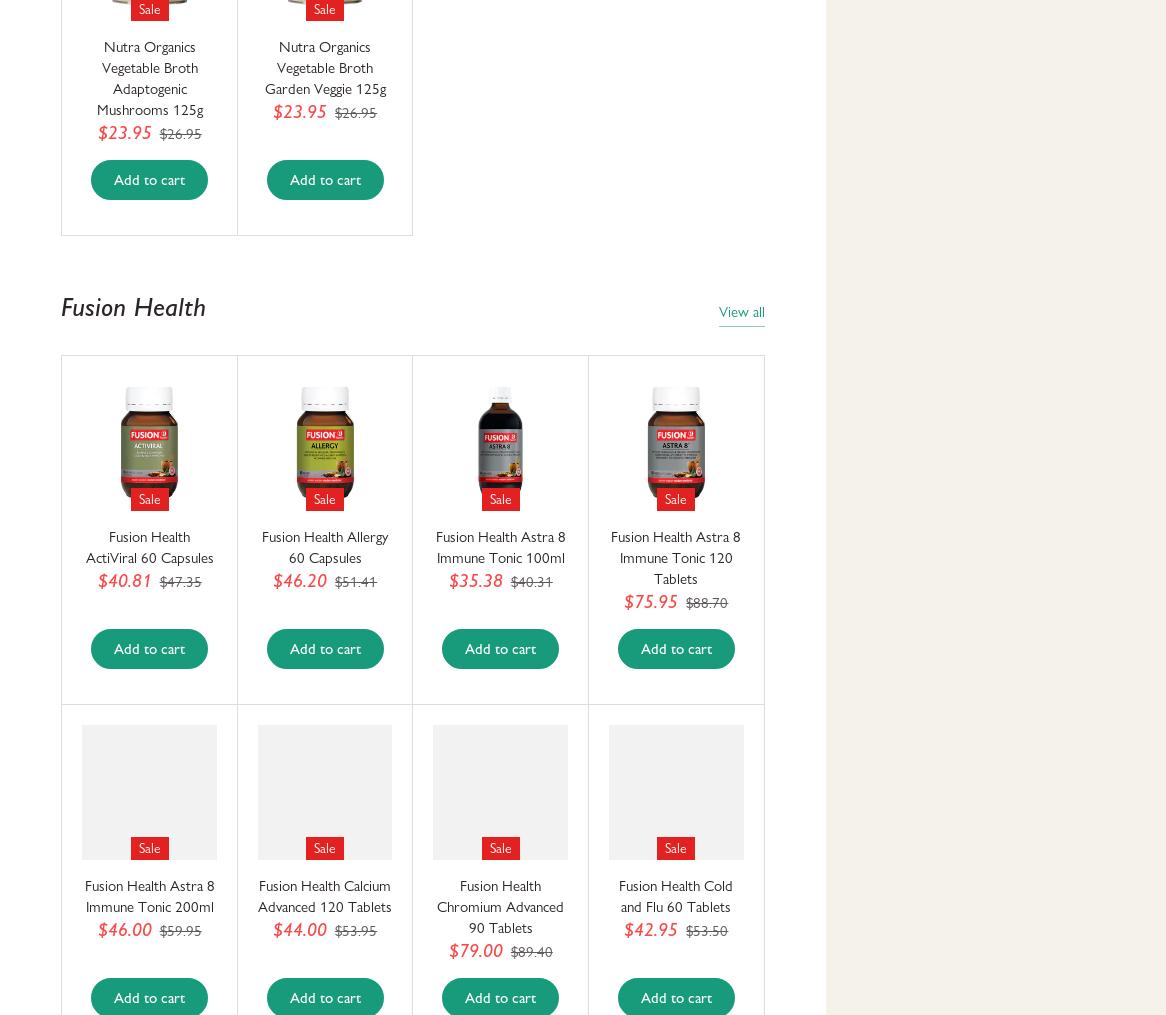 This screenshot has width=1166, height=1015. Describe the element at coordinates (149, 547) in the screenshot. I see `'Fusion Health ActiViral 60 Capsules'` at that location.